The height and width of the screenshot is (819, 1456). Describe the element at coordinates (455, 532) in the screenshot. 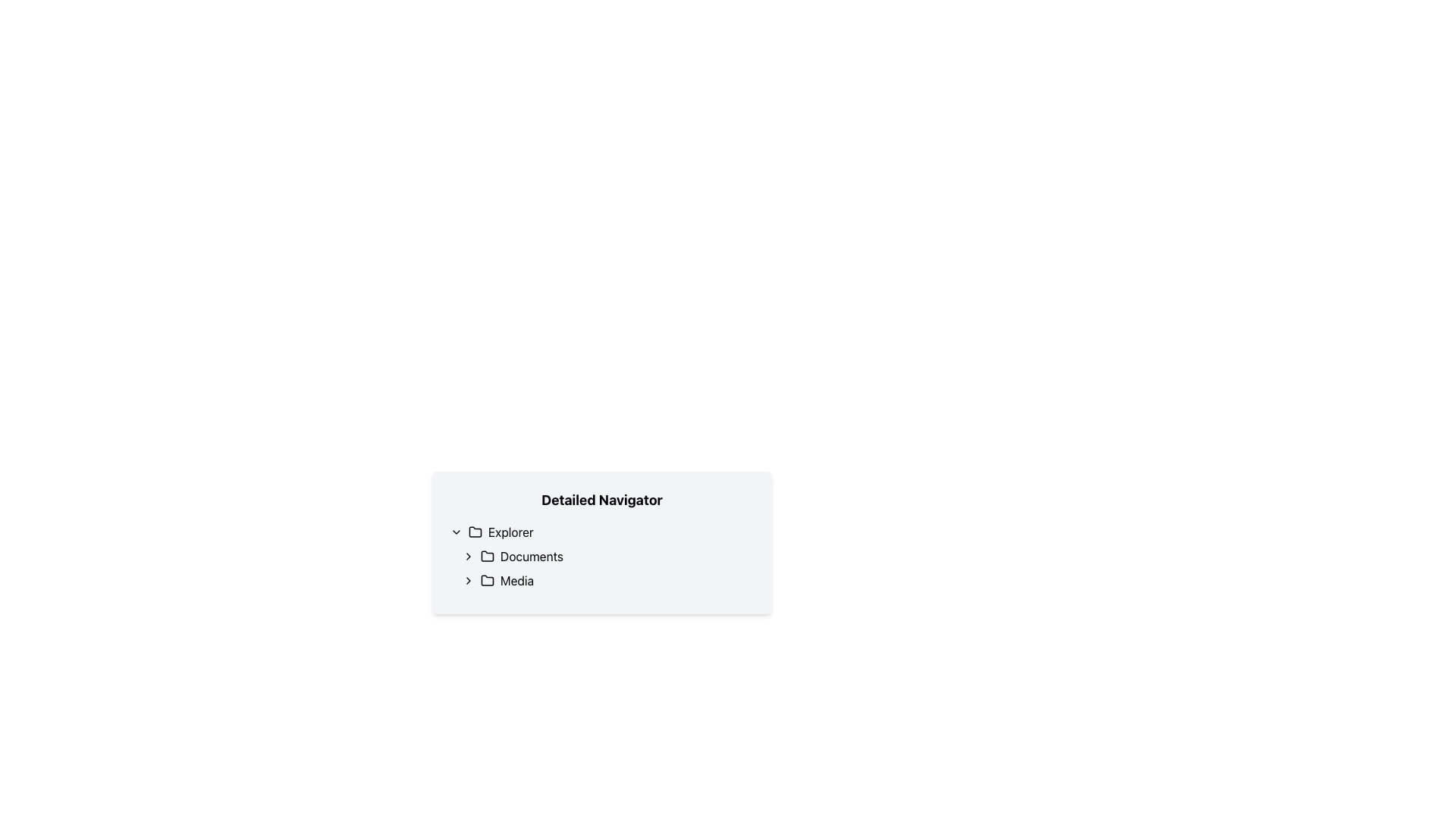

I see `the collapse/expand toggle button located to the left of the 'Explorer' label` at that location.